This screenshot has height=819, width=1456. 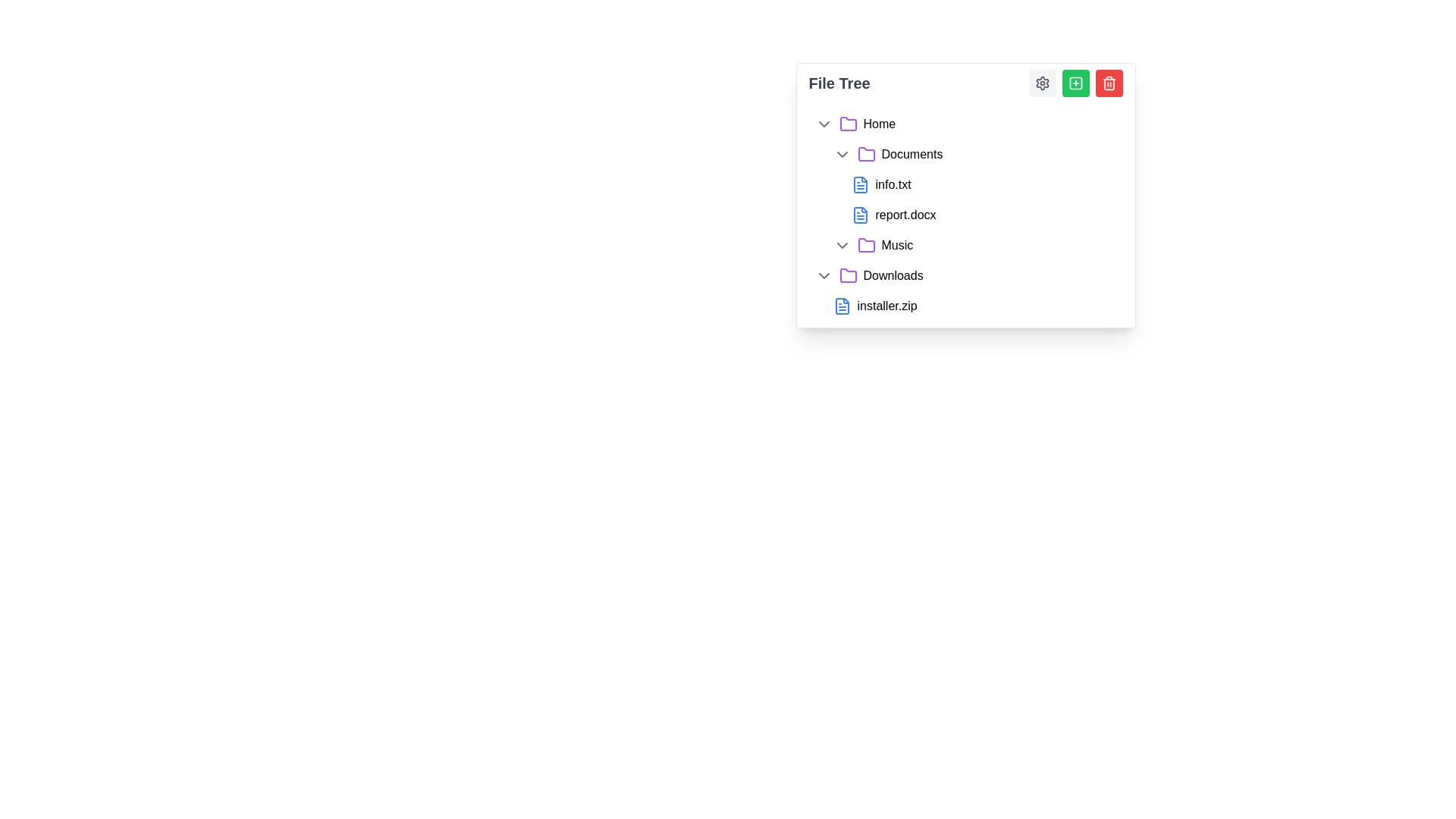 I want to click on the second button in a horizontal row that has a plus icon, situated between a settings button and a trash icon button, to trigger the hover effect, so click(x=1075, y=83).